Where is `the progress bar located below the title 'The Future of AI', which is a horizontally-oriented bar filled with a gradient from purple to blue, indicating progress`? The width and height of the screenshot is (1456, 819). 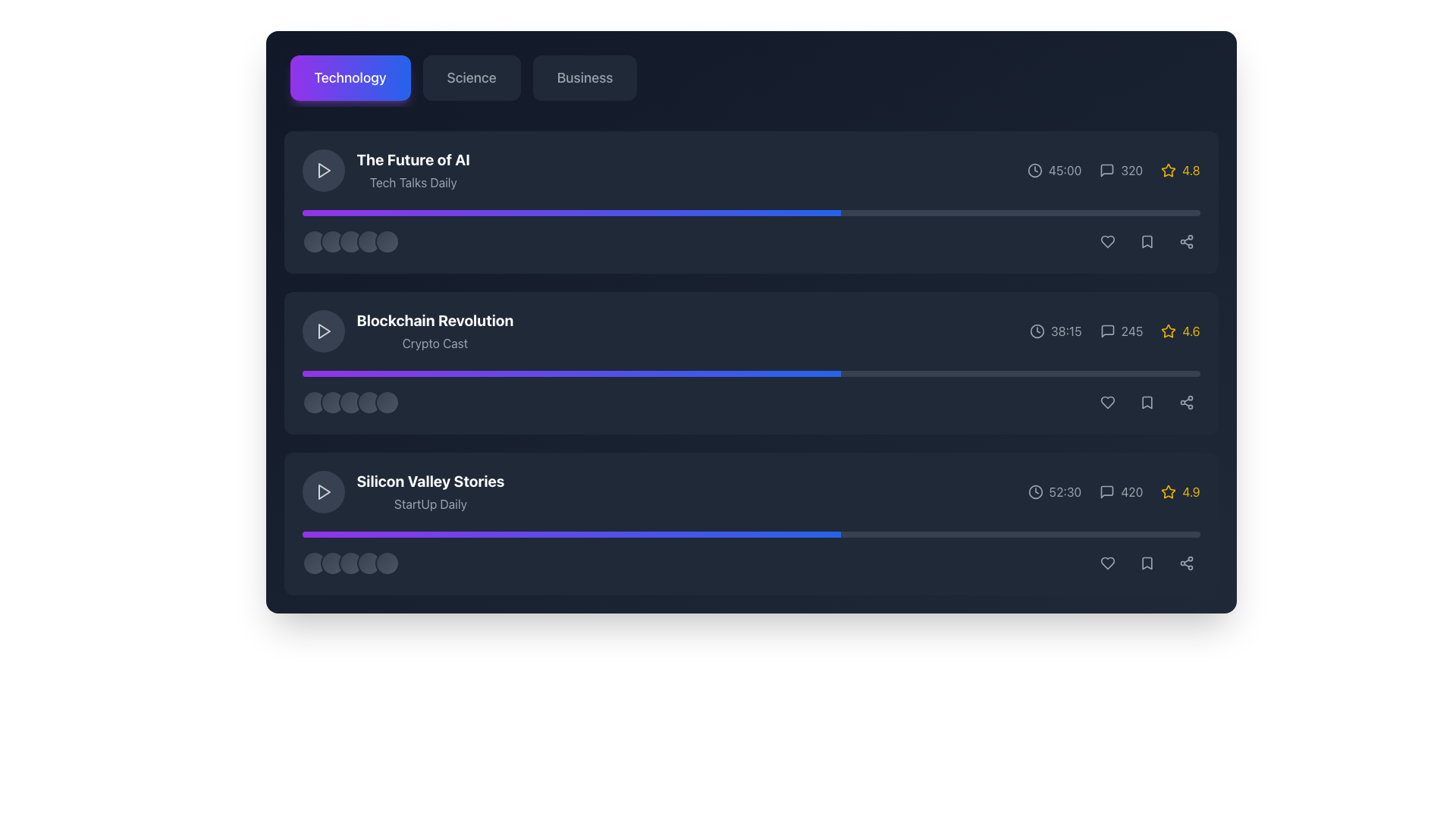
the progress bar located below the title 'The Future of AI', which is a horizontally-oriented bar filled with a gradient from purple to blue, indicating progress is located at coordinates (570, 213).